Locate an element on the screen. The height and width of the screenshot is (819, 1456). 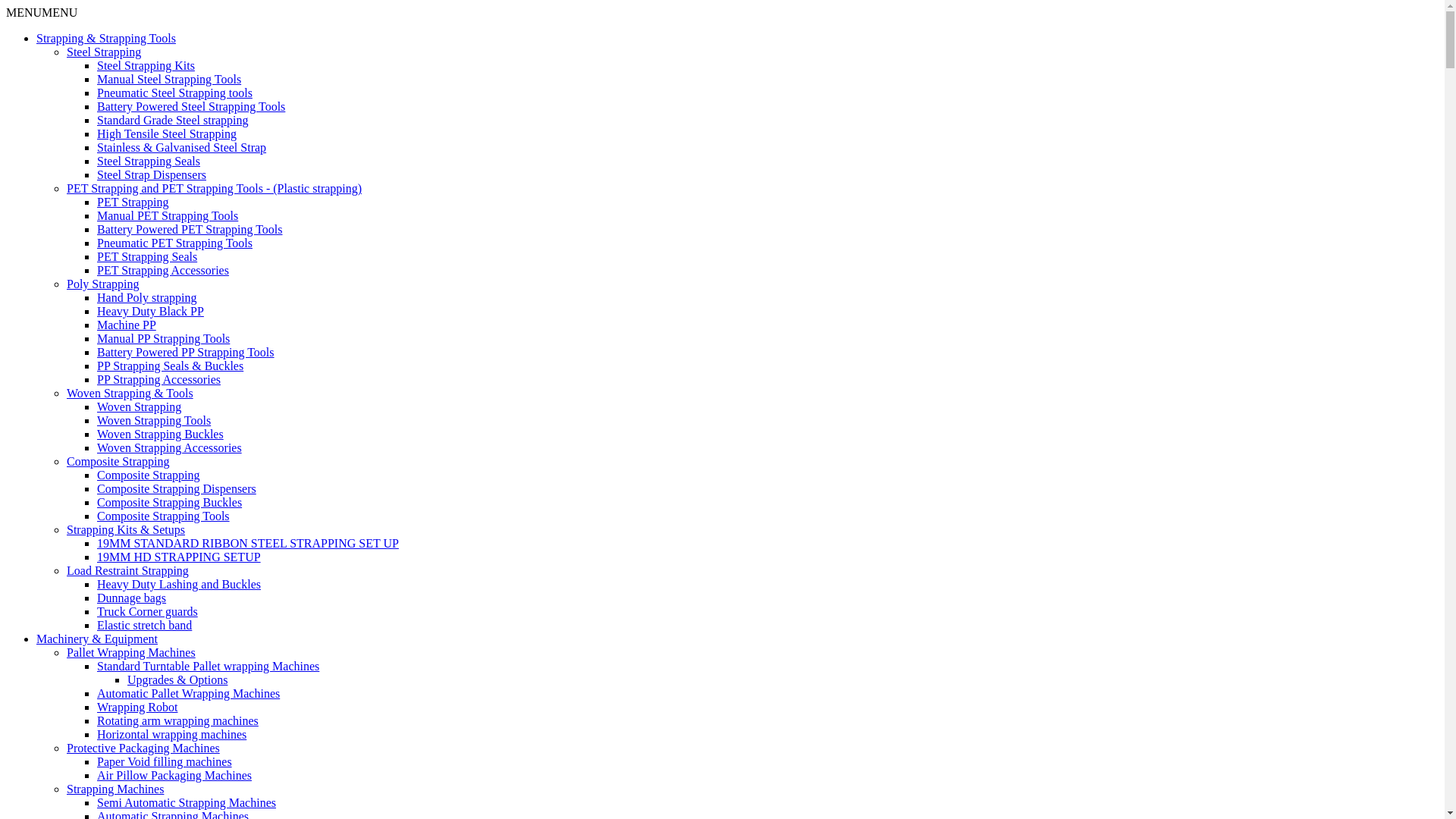
'Semi Automatic Strapping Machines' is located at coordinates (185, 802).